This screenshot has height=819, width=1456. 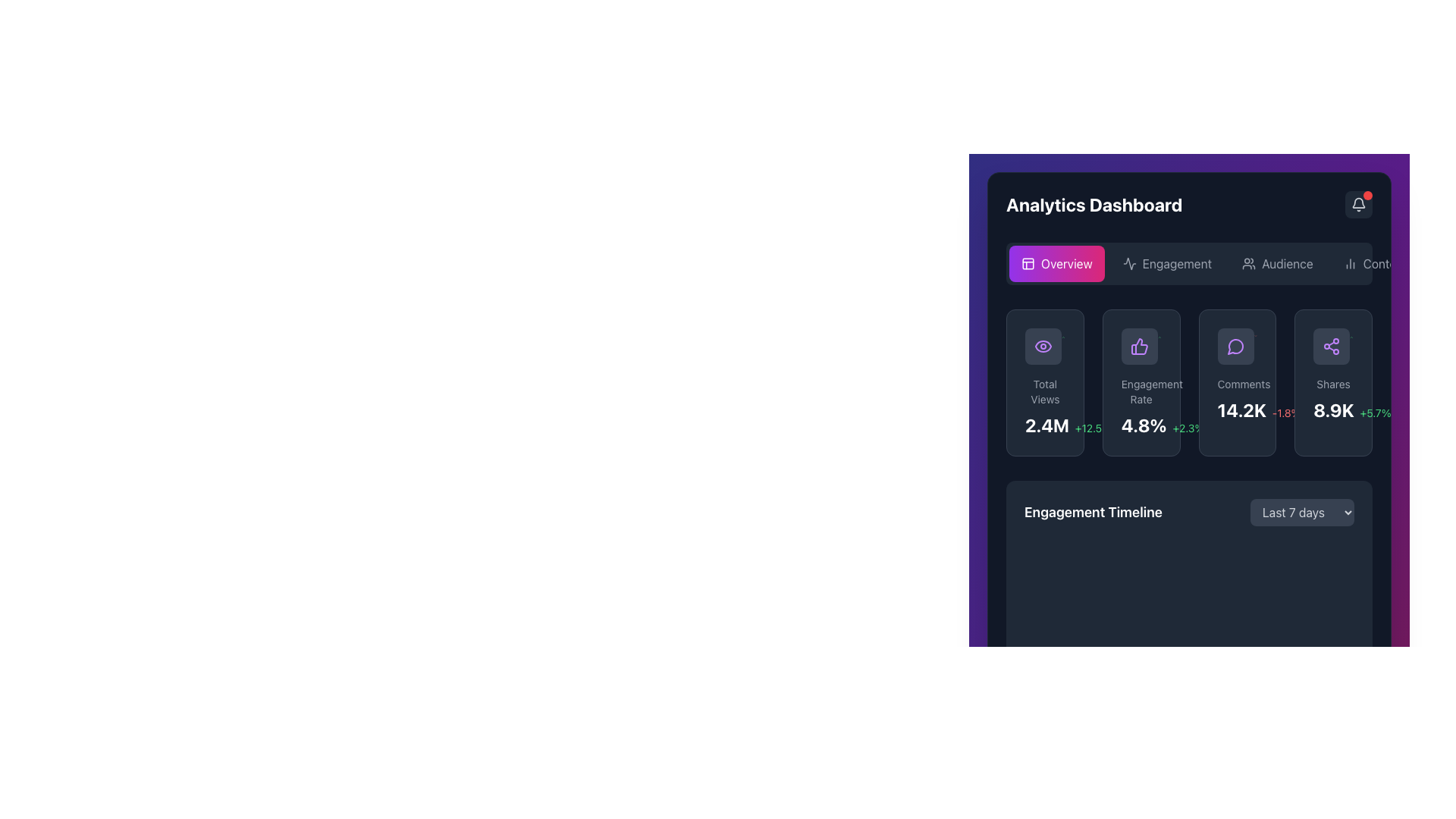 I want to click on the share icon located in the 'Shares' panel on the far right of the dashboard, so click(x=1332, y=346).